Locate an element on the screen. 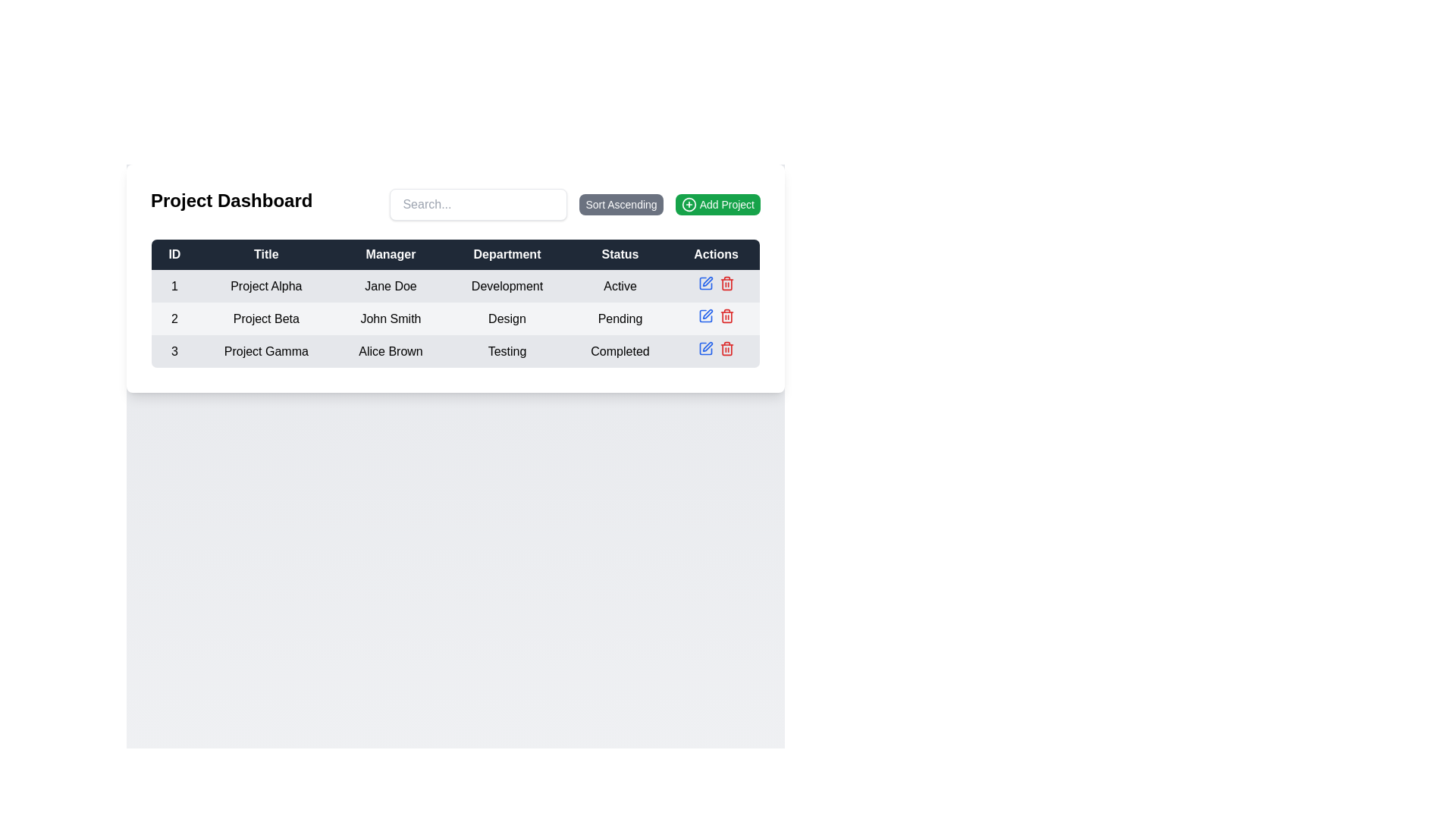 The width and height of the screenshot is (1456, 819). the last table cell in the row with identifier '2' for the 'Project Beta' project, located in the 'Actions' column is located at coordinates (715, 318).